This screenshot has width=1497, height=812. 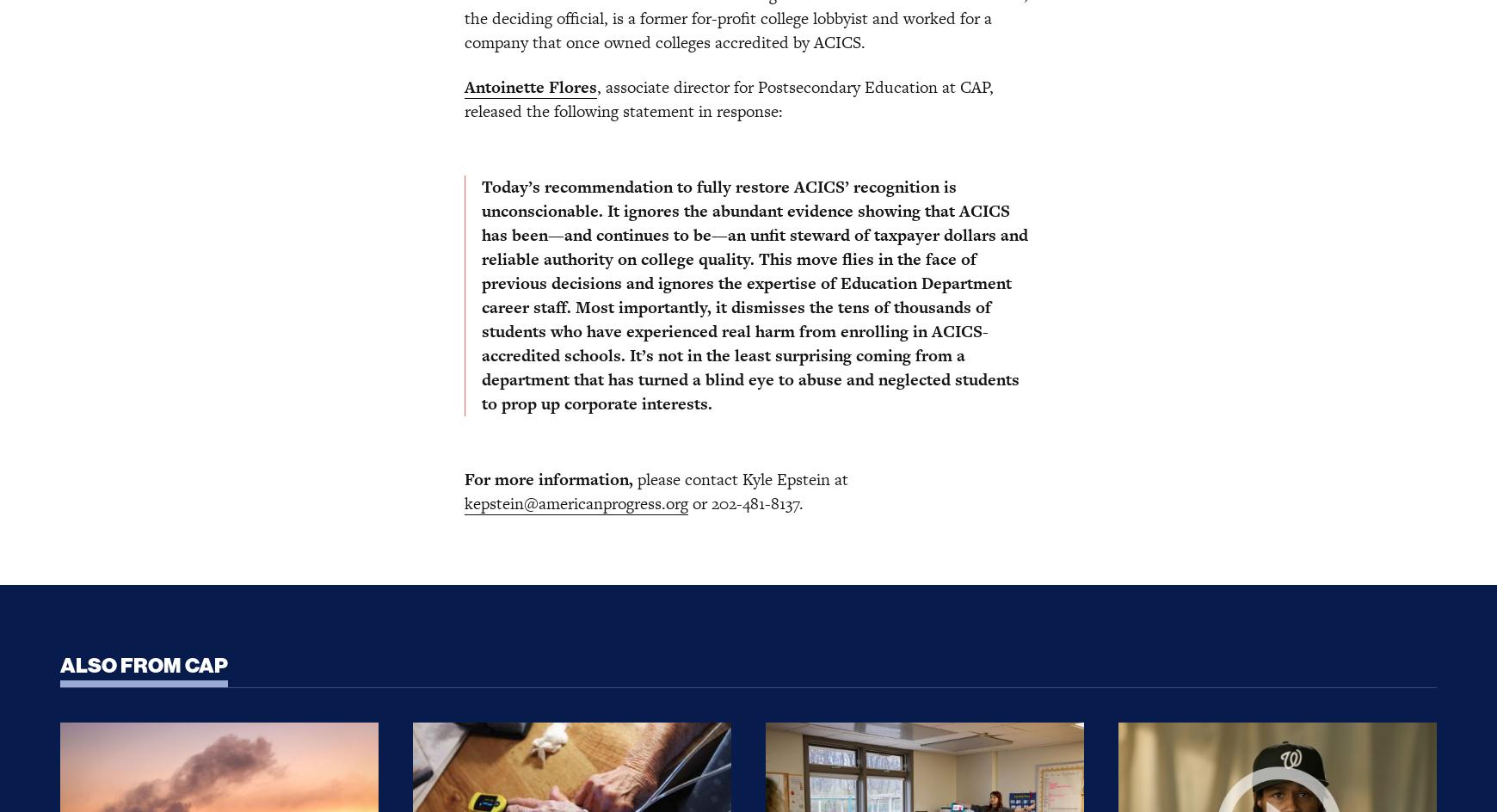 I want to click on 'Hai-Lam Phan', so click(x=1284, y=348).